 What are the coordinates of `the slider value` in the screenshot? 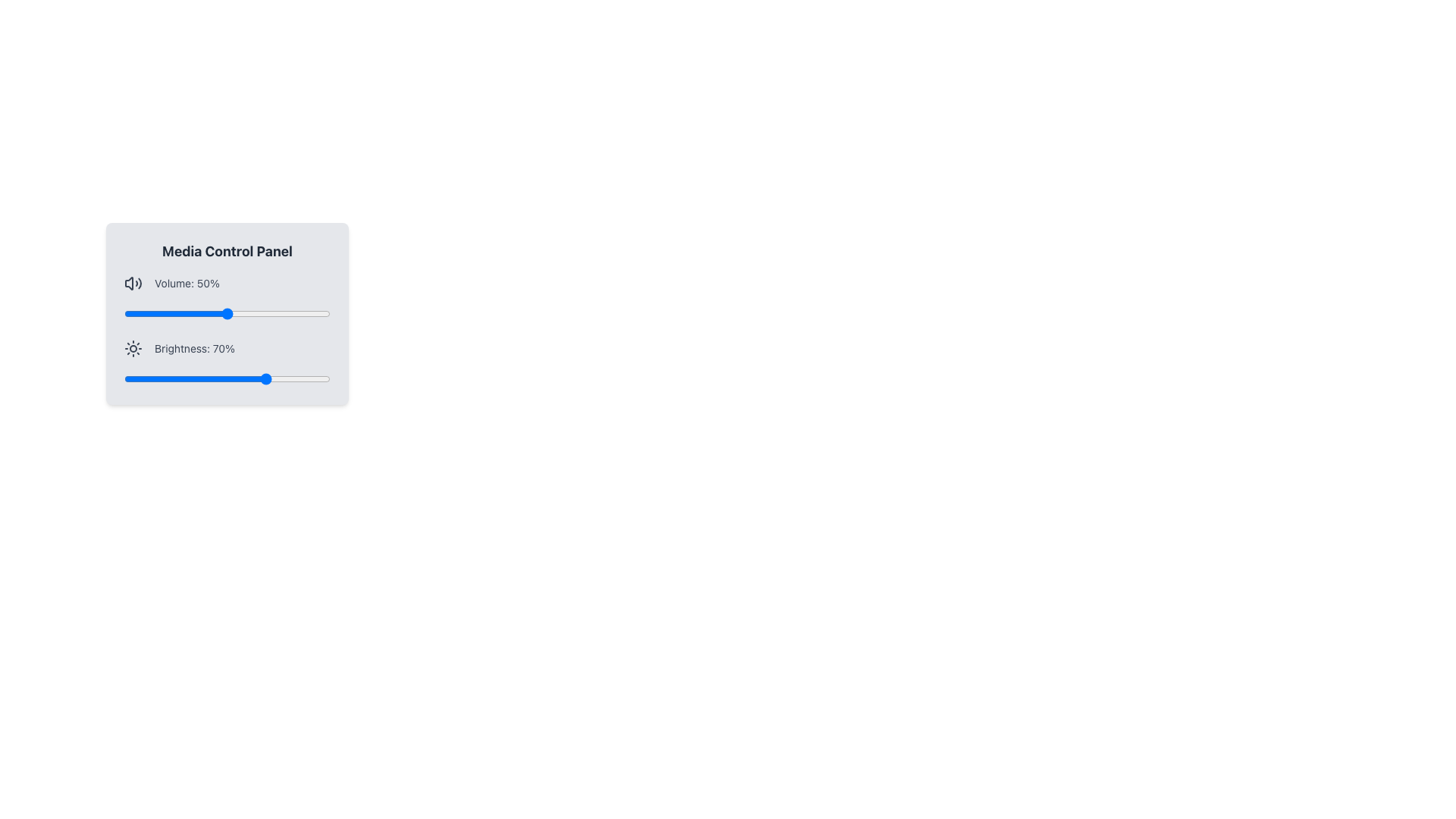 It's located at (323, 312).